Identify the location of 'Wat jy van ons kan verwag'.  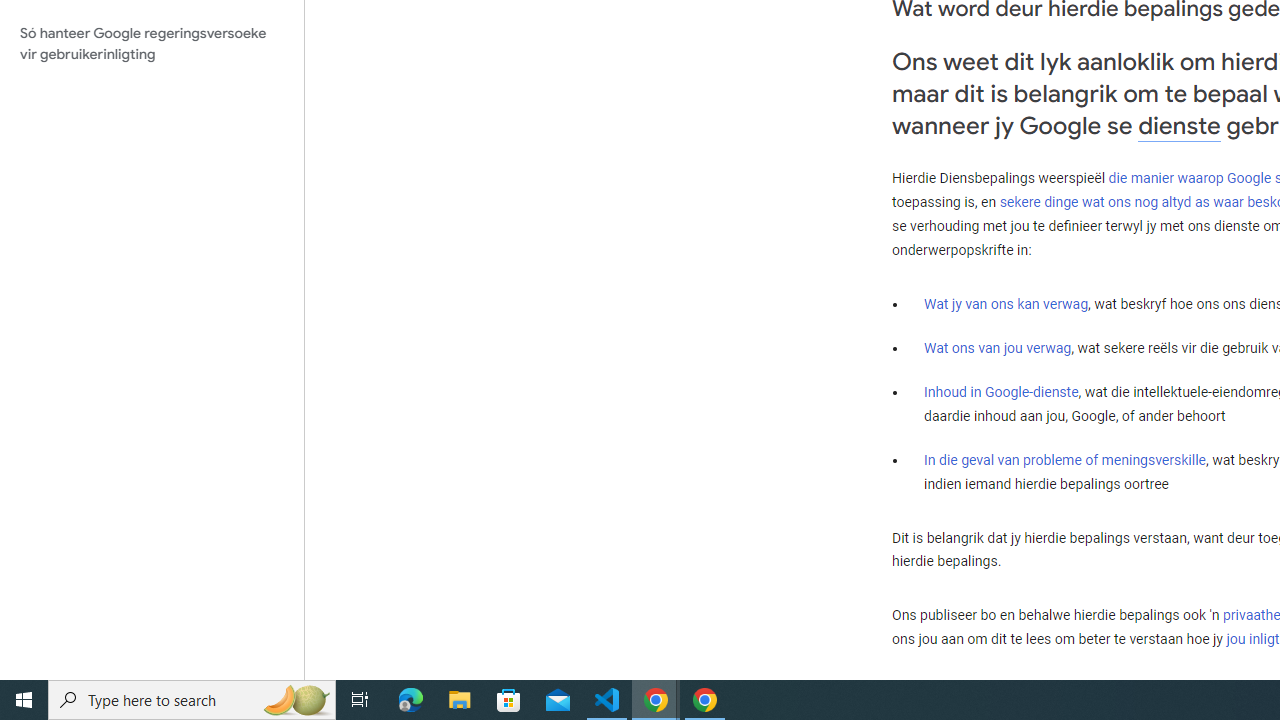
(1006, 304).